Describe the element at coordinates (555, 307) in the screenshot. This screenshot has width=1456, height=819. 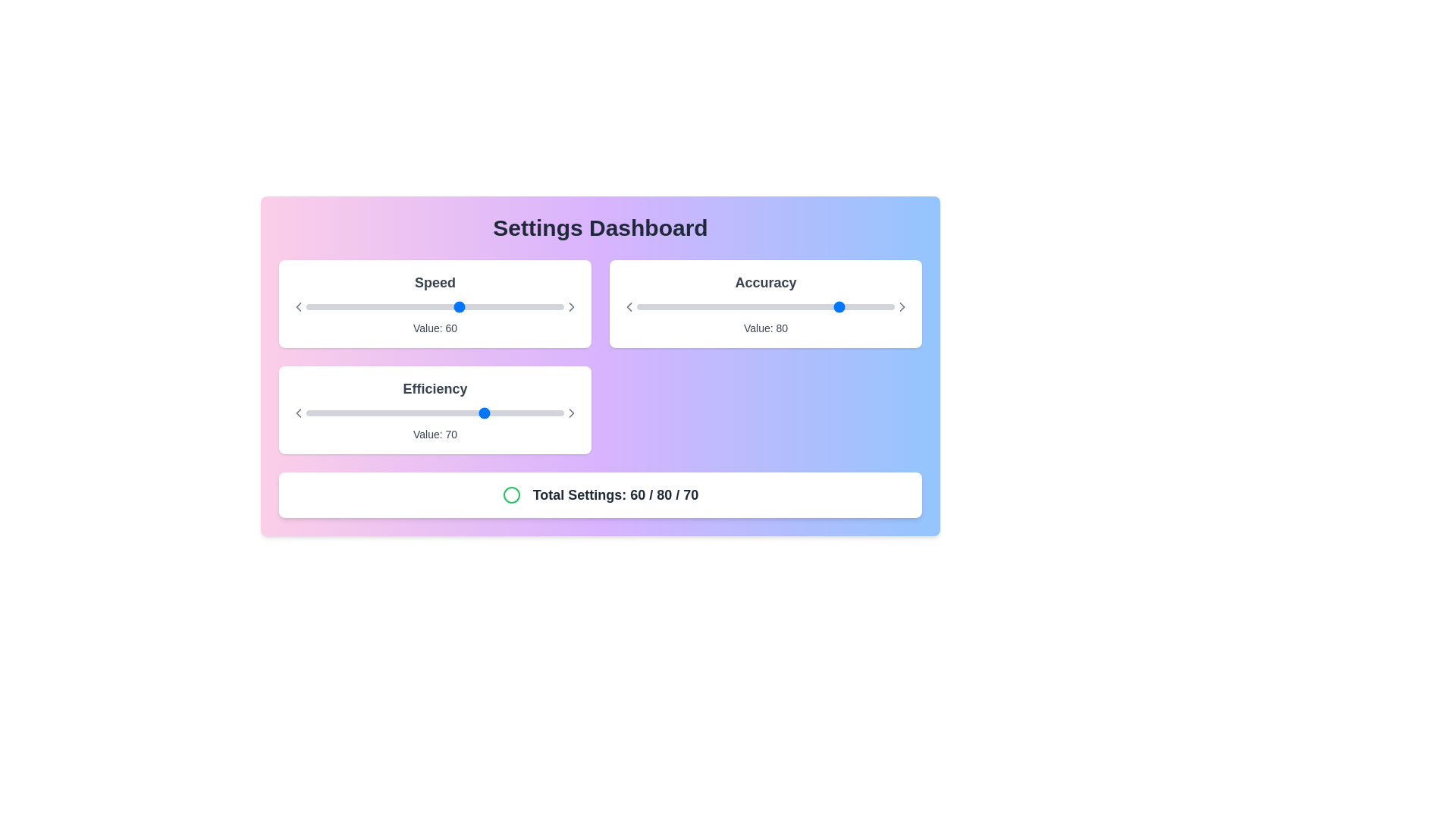
I see `the speed setting` at that location.